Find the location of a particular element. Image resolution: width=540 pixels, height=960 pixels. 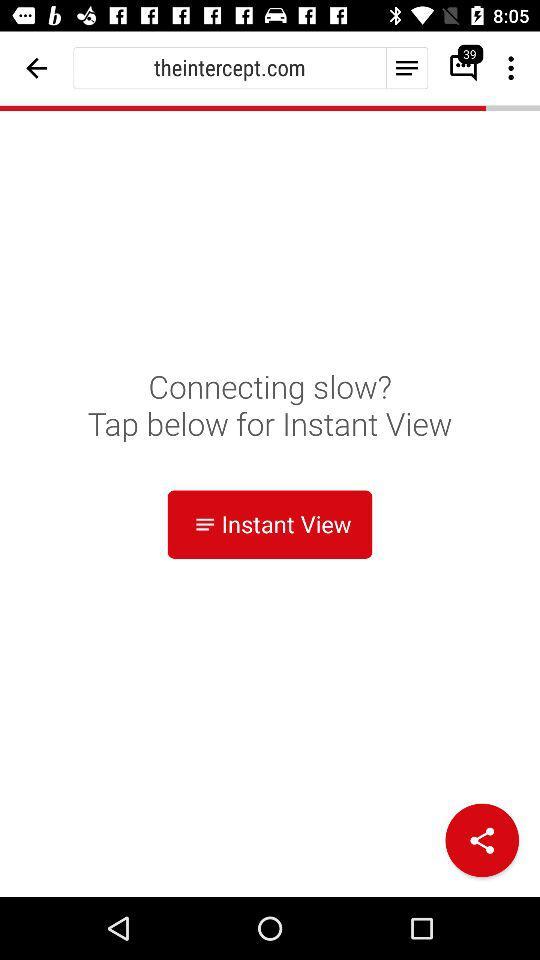

the text at the top is located at coordinates (228, 67).